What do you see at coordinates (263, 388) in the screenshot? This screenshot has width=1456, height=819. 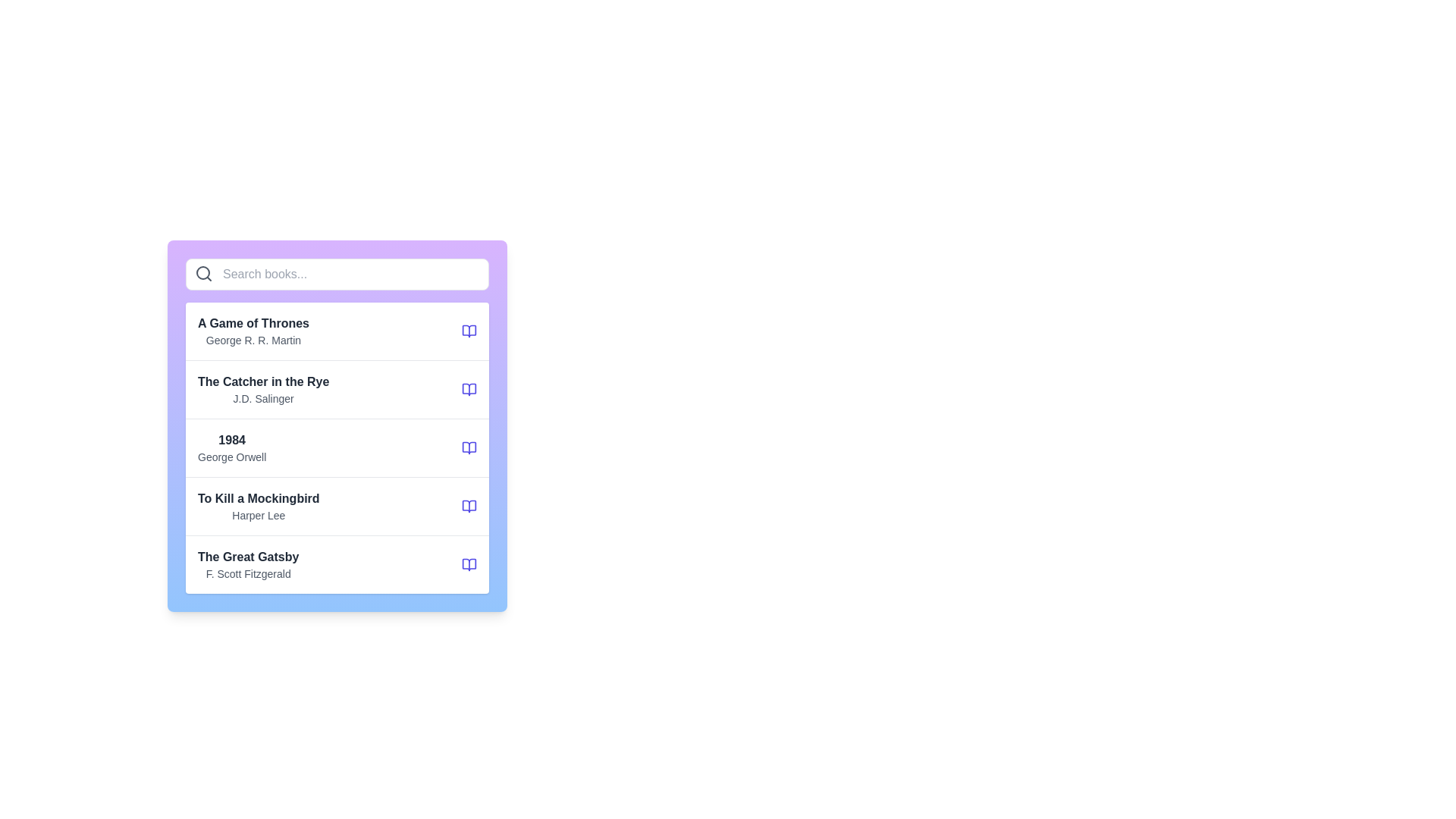 I see `the text-based entry for the book located in the second row of the sidebar, specifically below 'A Game of Thrones' and above '1984'` at bounding box center [263, 388].